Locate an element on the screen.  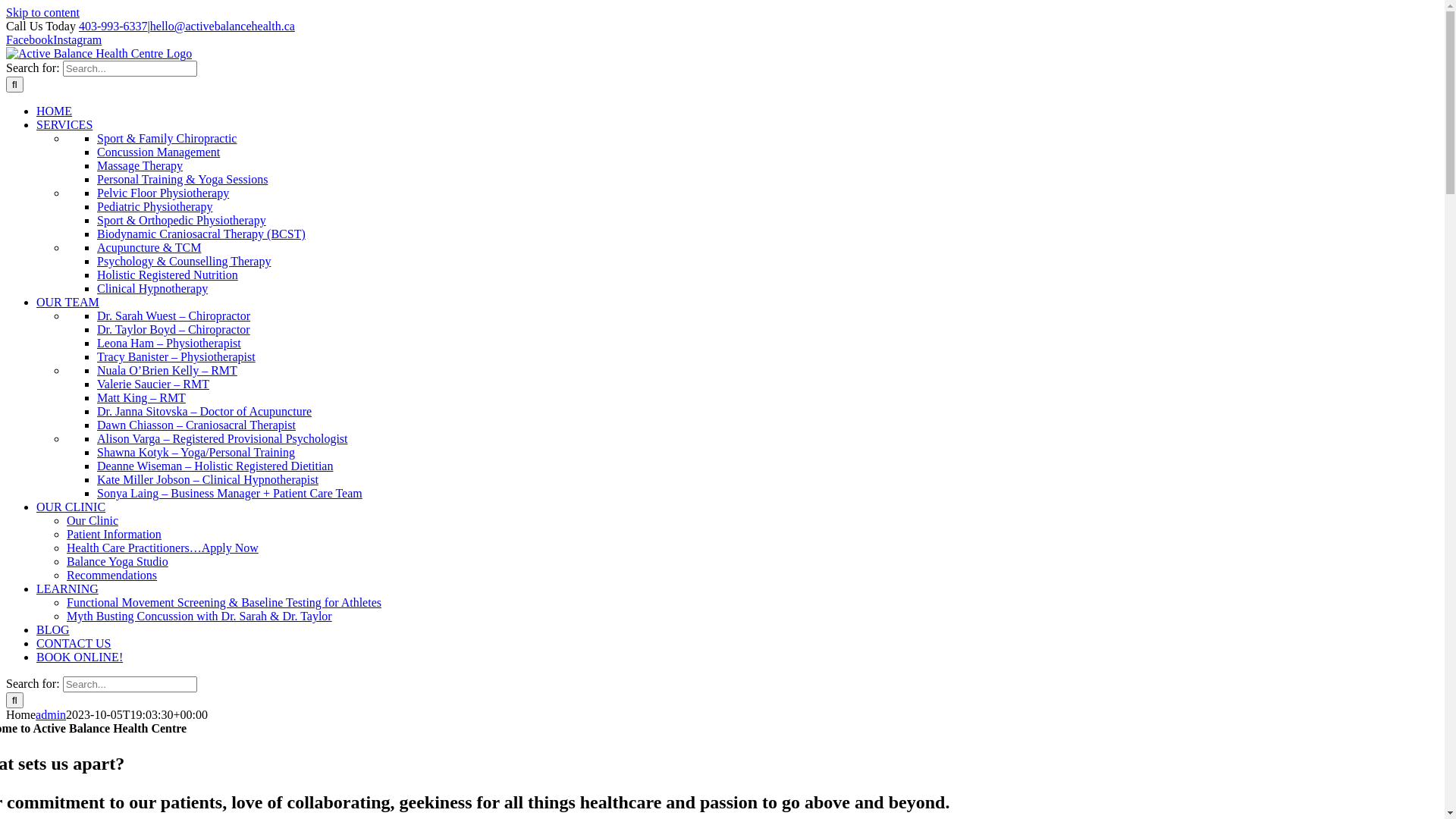
'Massage Therapy' is located at coordinates (140, 165).